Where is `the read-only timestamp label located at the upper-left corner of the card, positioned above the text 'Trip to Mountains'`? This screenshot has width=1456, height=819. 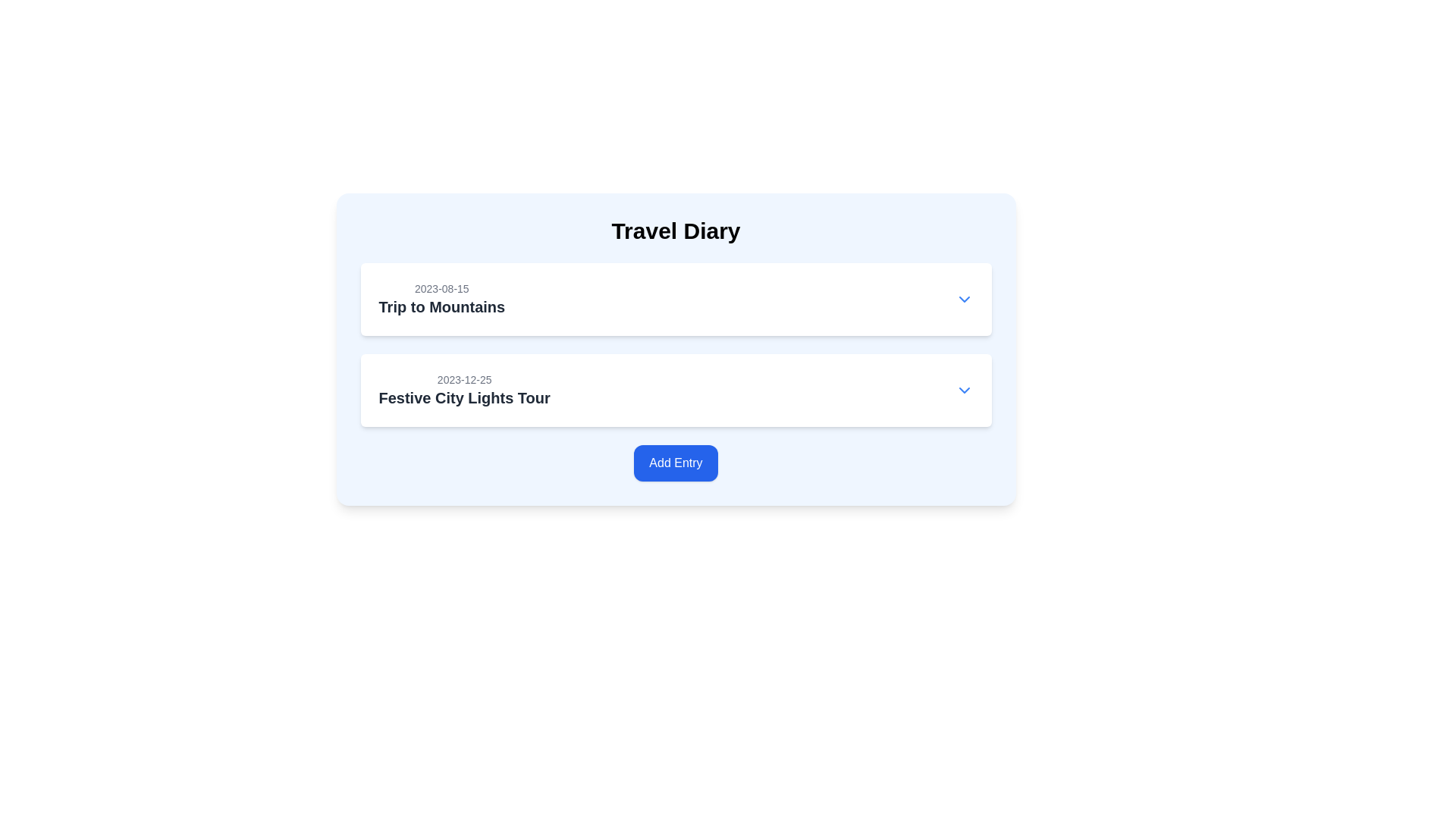 the read-only timestamp label located at the upper-left corner of the card, positioned above the text 'Trip to Mountains' is located at coordinates (441, 289).